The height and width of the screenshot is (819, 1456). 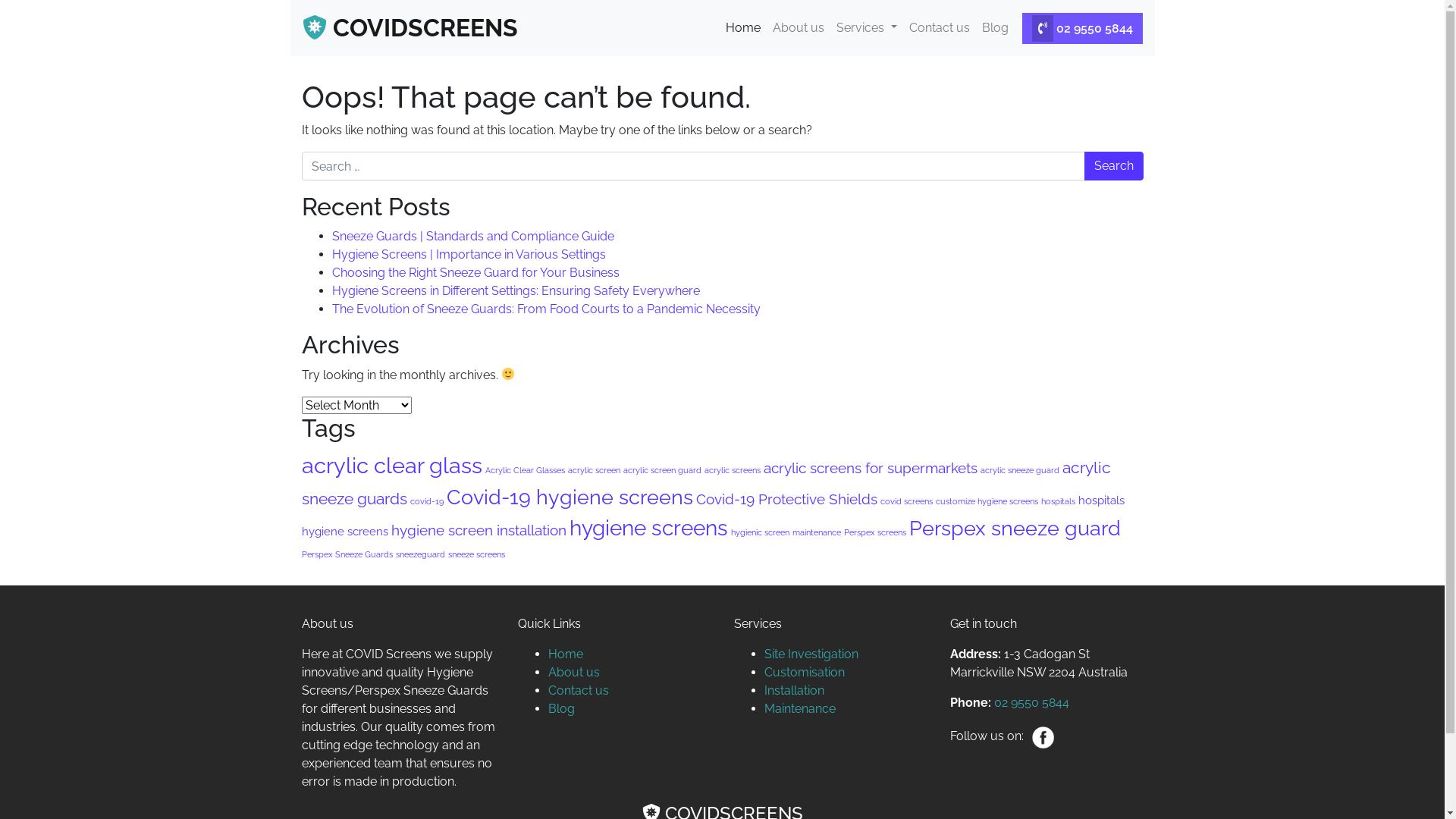 I want to click on 'About us', so click(x=797, y=27).